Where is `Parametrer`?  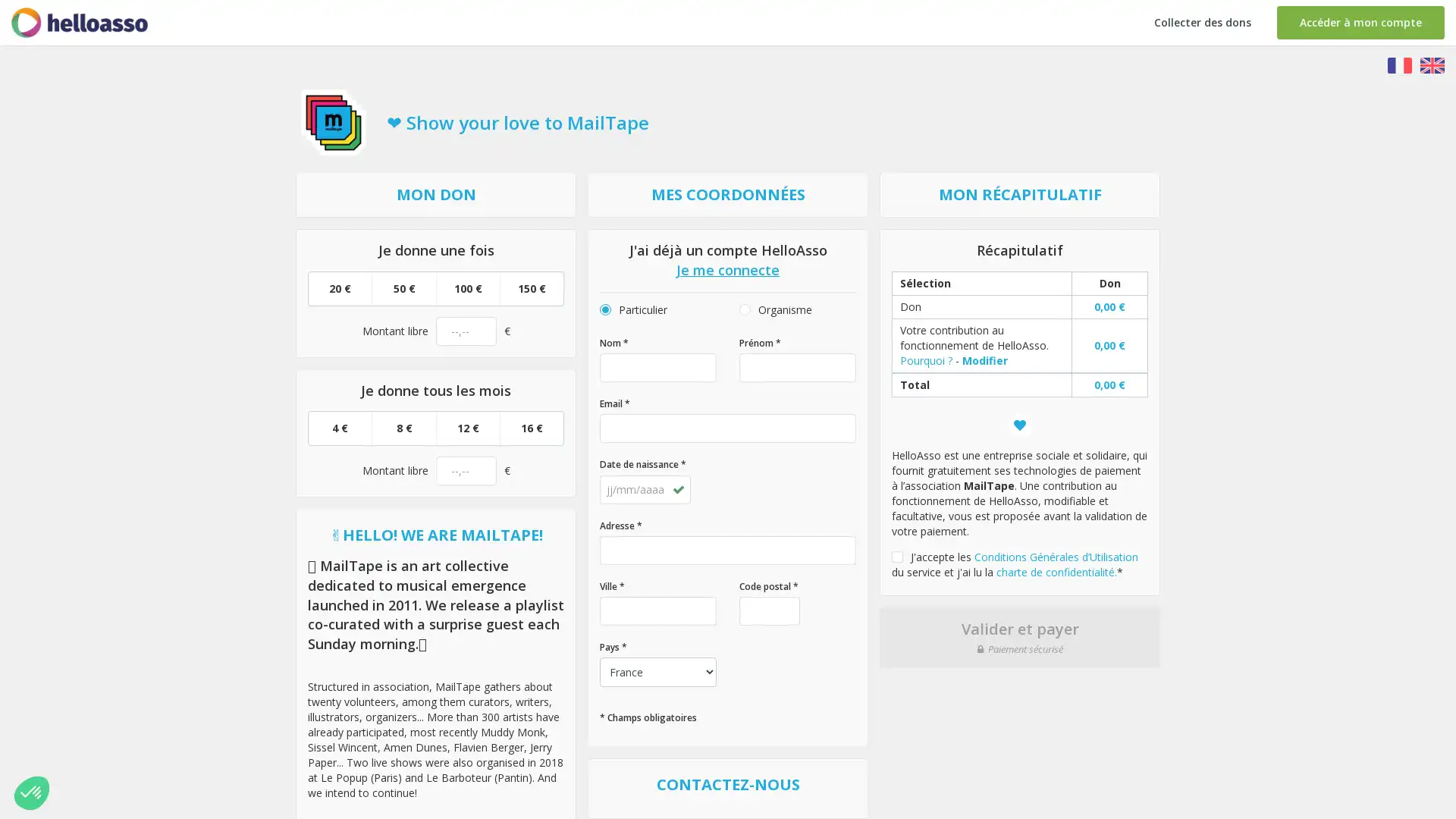 Parametrer is located at coordinates (174, 742).